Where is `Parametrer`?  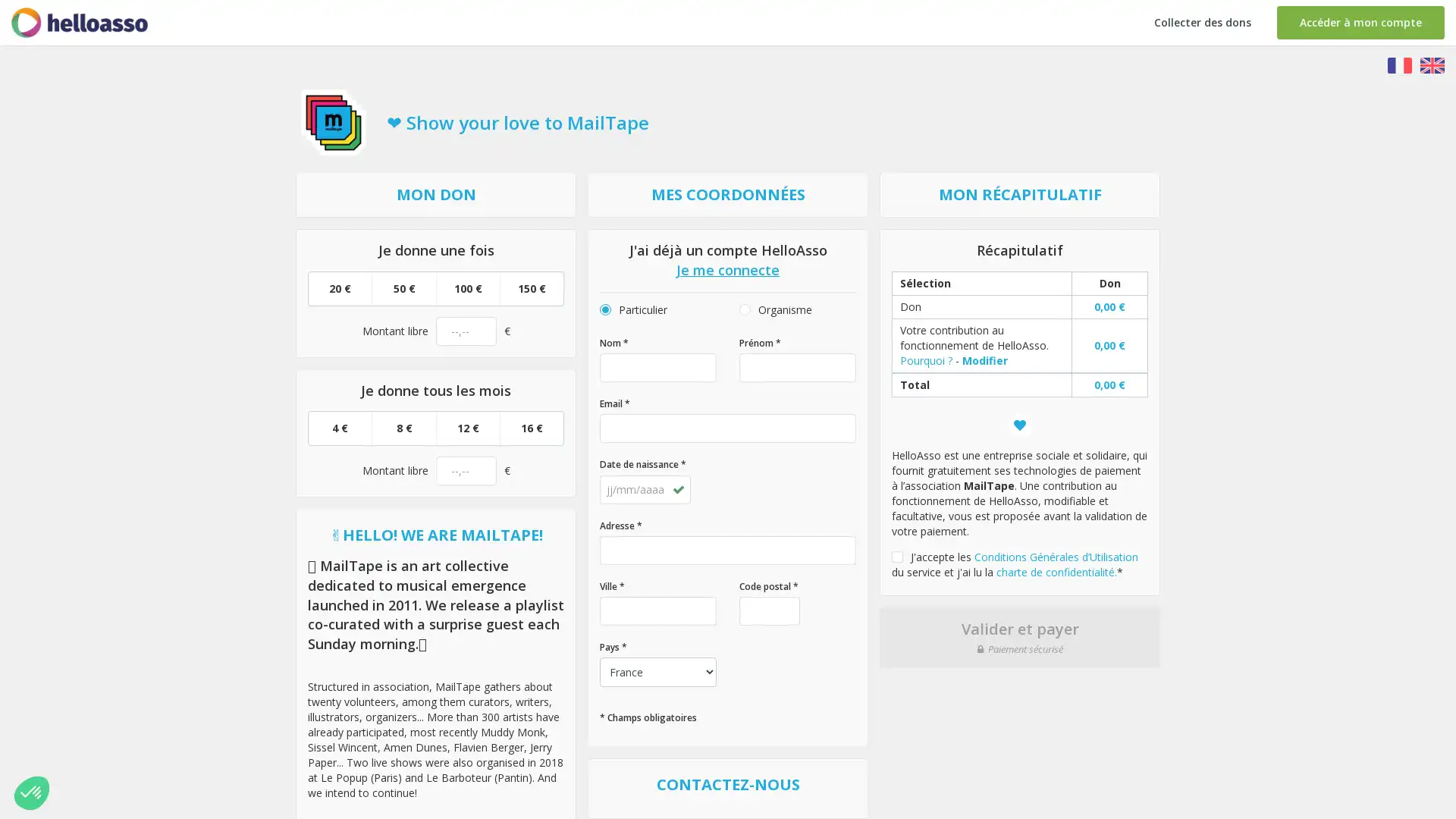 Parametrer is located at coordinates (174, 742).